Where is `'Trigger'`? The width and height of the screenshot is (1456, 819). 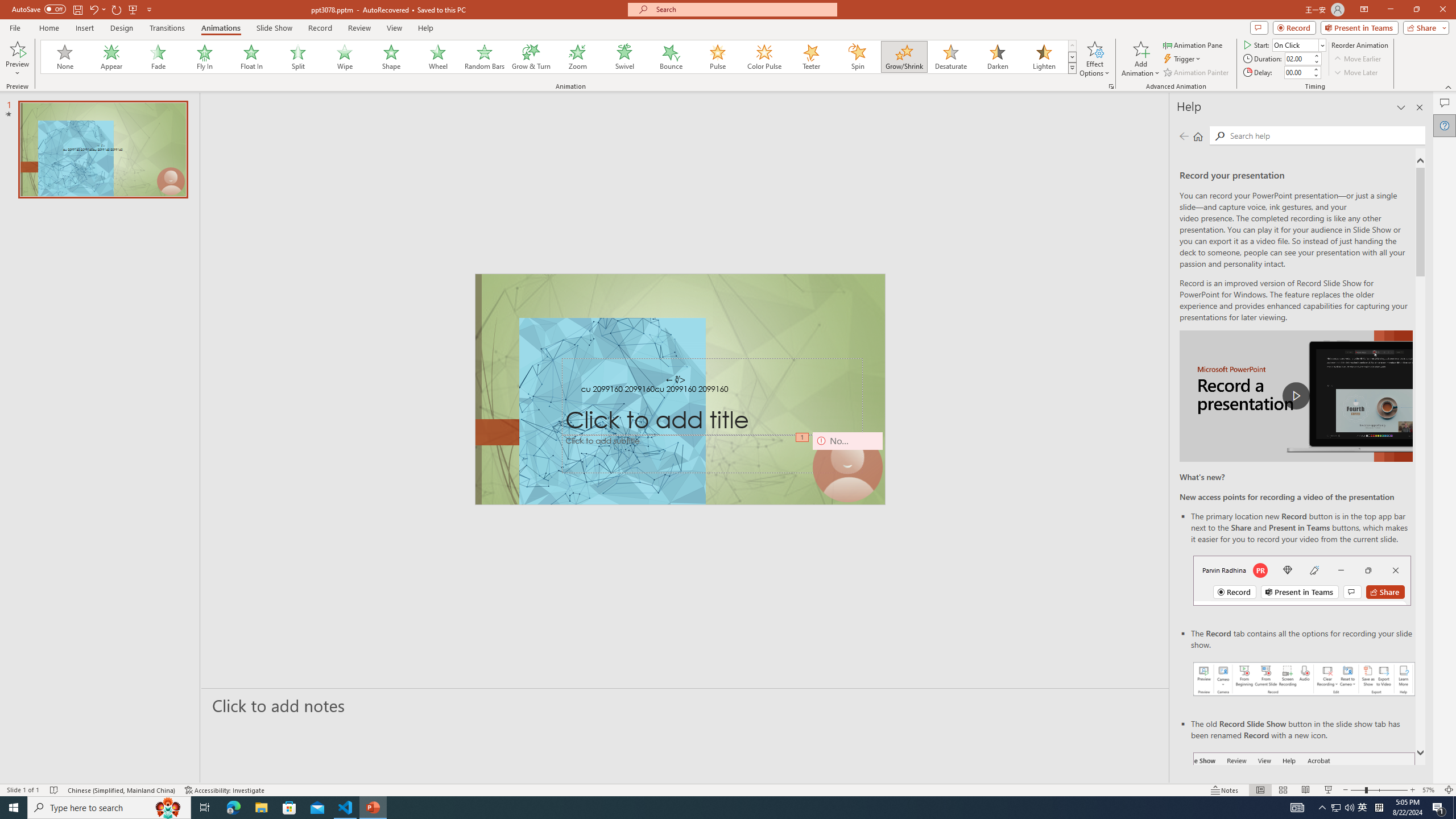
'Trigger' is located at coordinates (1182, 59).